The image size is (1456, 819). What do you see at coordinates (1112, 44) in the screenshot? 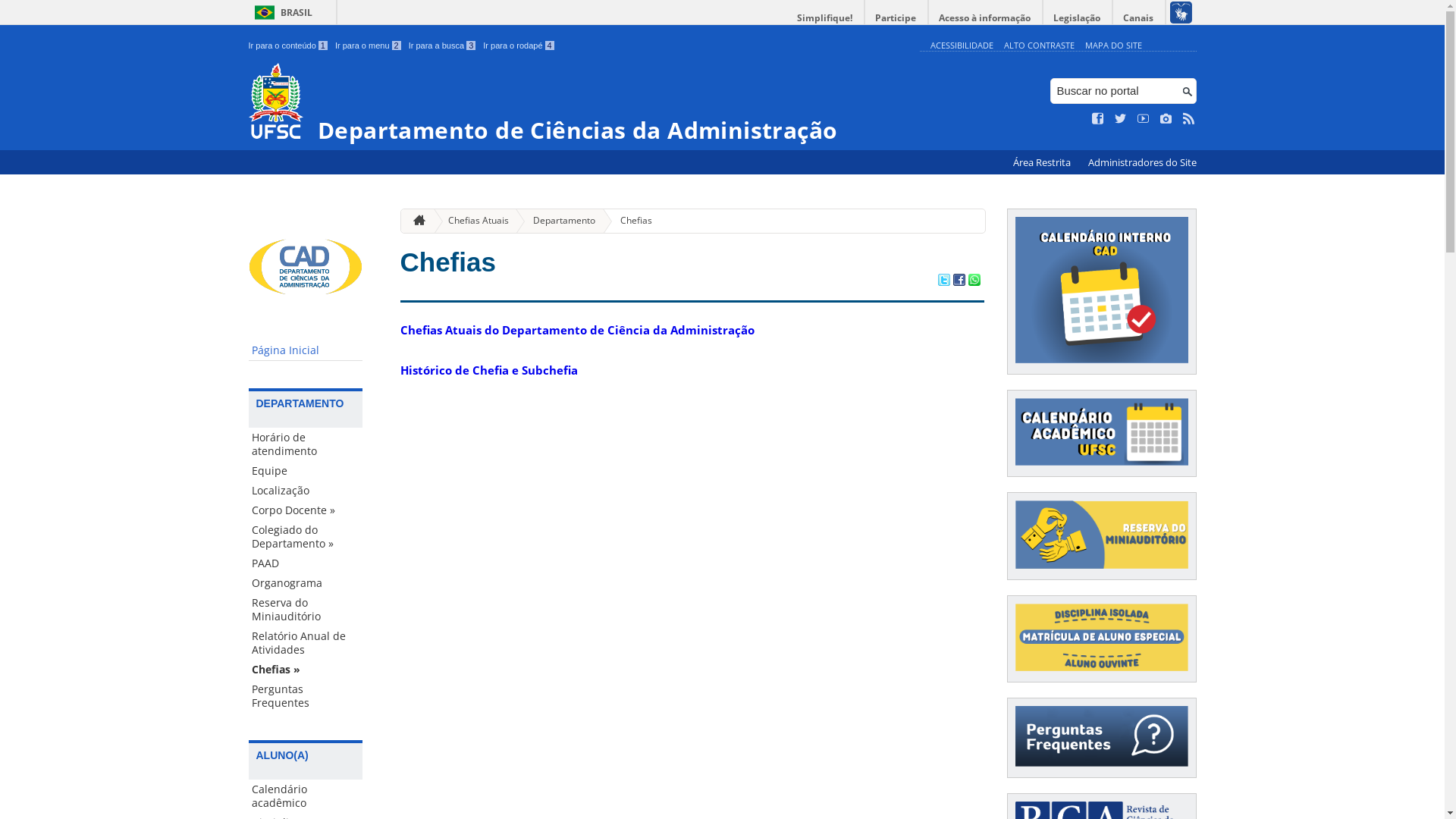
I see `'MAPA DO SITE'` at bounding box center [1112, 44].